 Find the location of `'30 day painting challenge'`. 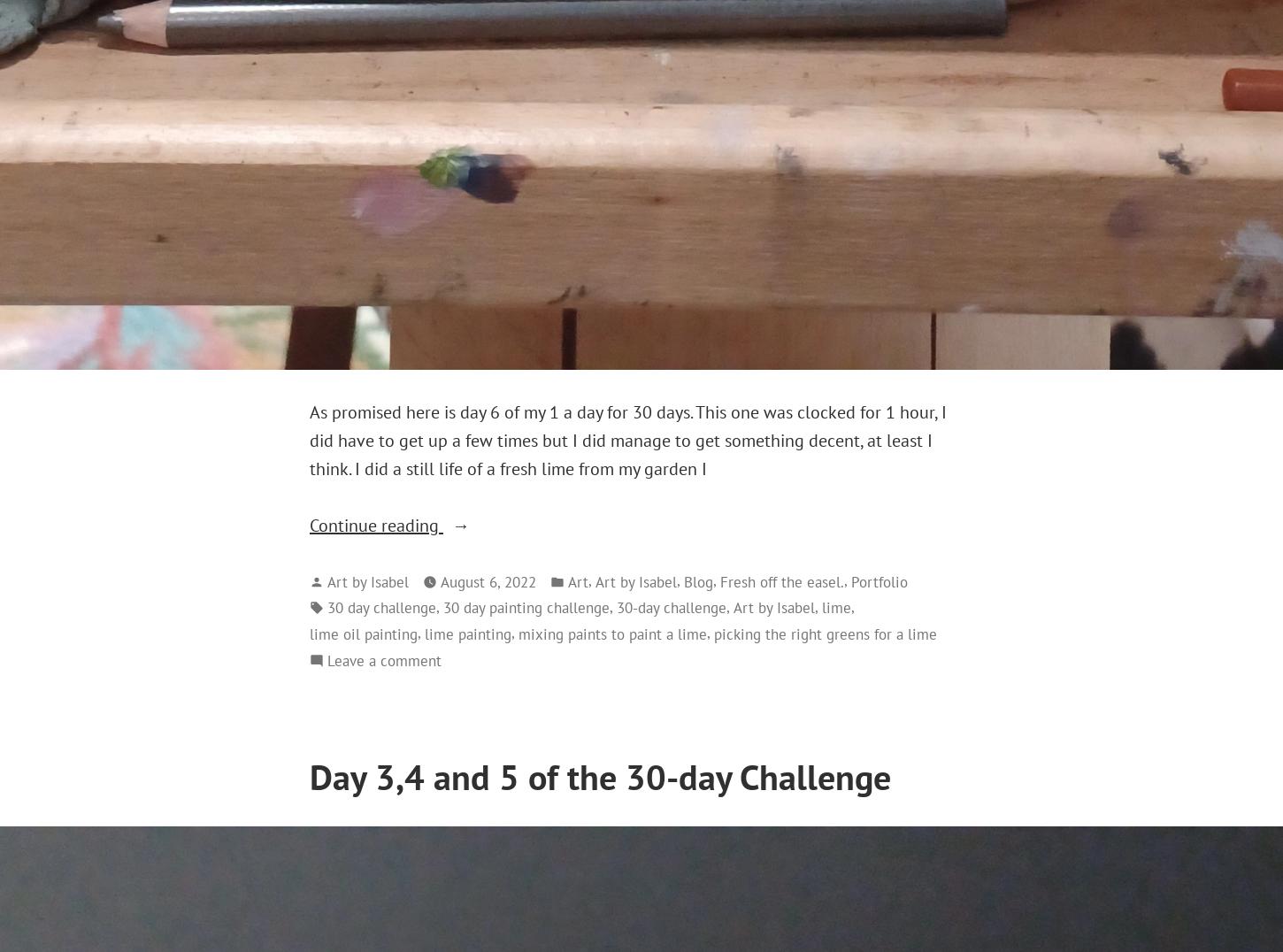

'30 day painting challenge' is located at coordinates (526, 607).